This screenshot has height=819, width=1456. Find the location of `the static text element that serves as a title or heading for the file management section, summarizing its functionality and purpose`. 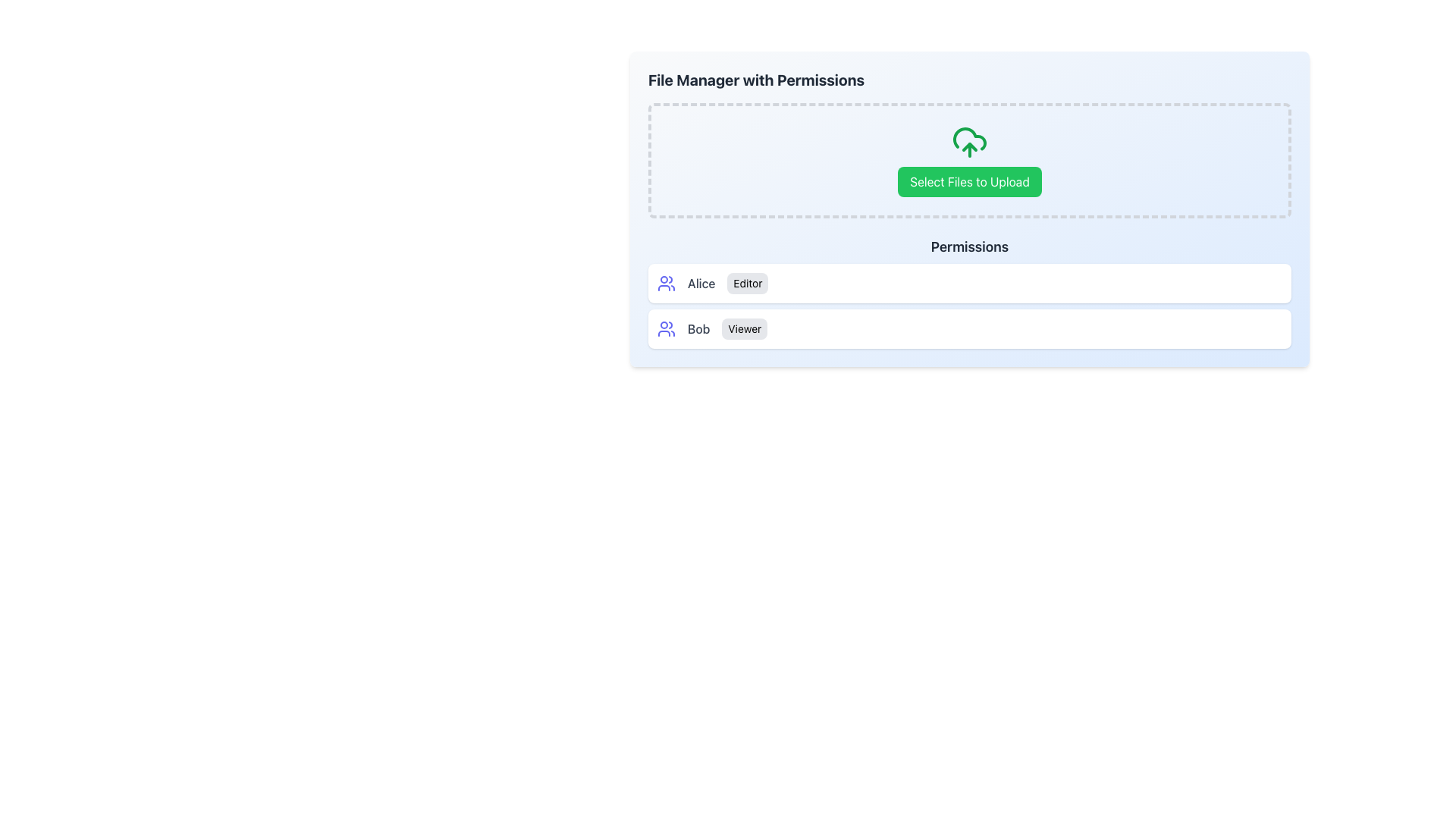

the static text element that serves as a title or heading for the file management section, summarizing its functionality and purpose is located at coordinates (756, 80).